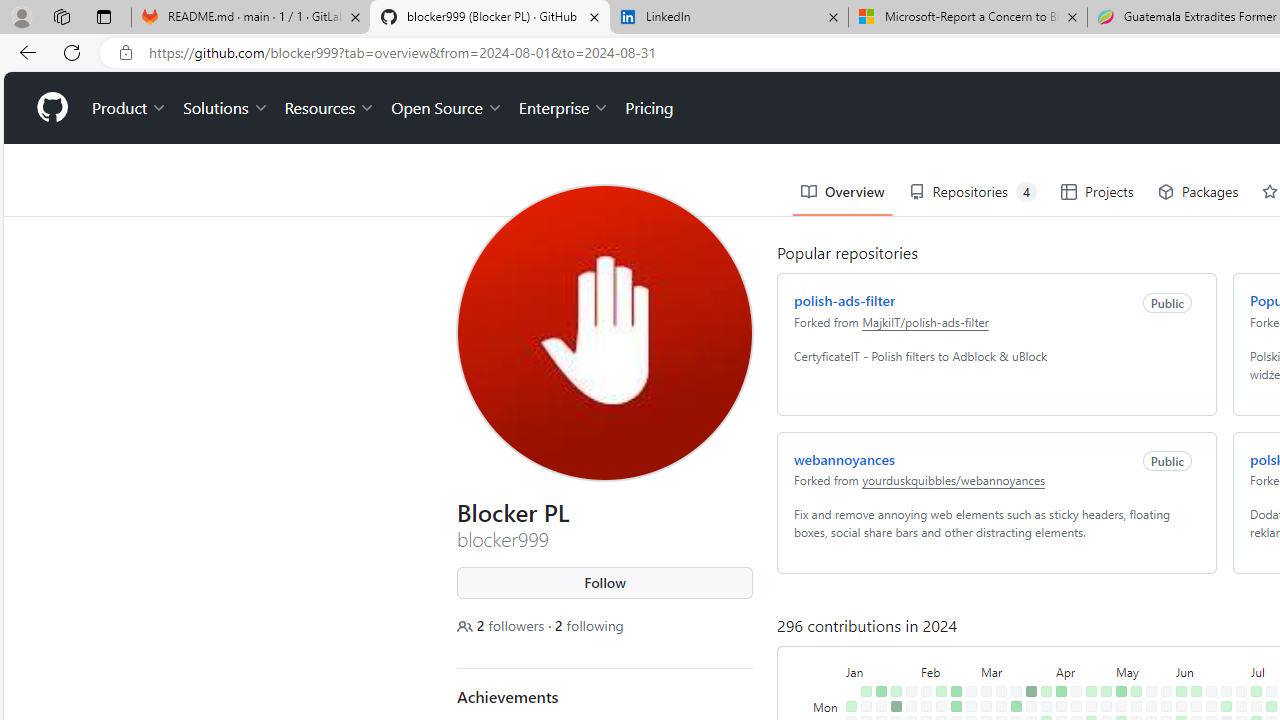 The image size is (1280, 720). Describe the element at coordinates (952, 480) in the screenshot. I see `'yourduskquibbles/webannoyances'` at that location.